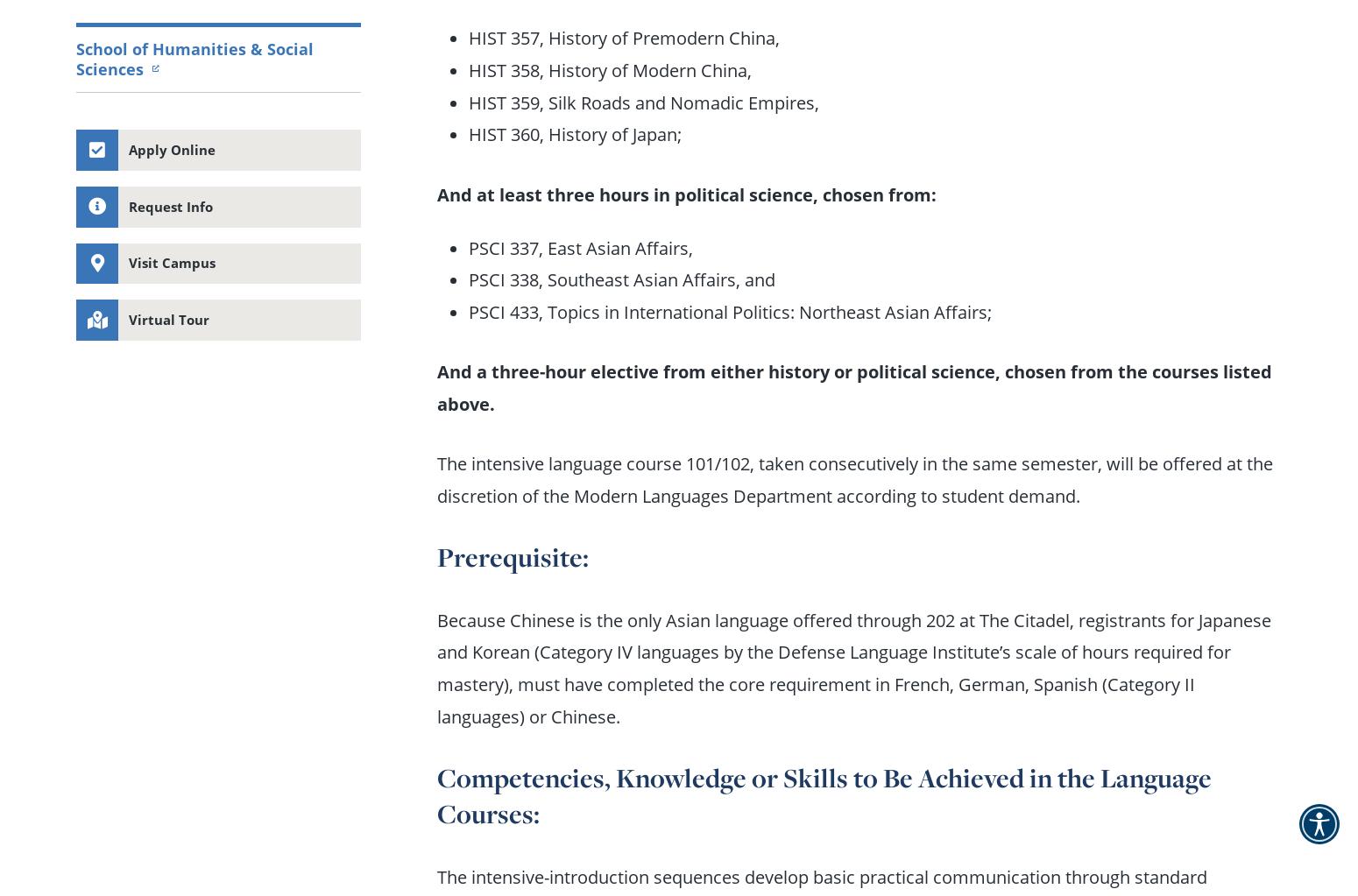 This screenshot has height=896, width=1358. I want to click on 'HIST 358, History of Modern China,', so click(609, 69).